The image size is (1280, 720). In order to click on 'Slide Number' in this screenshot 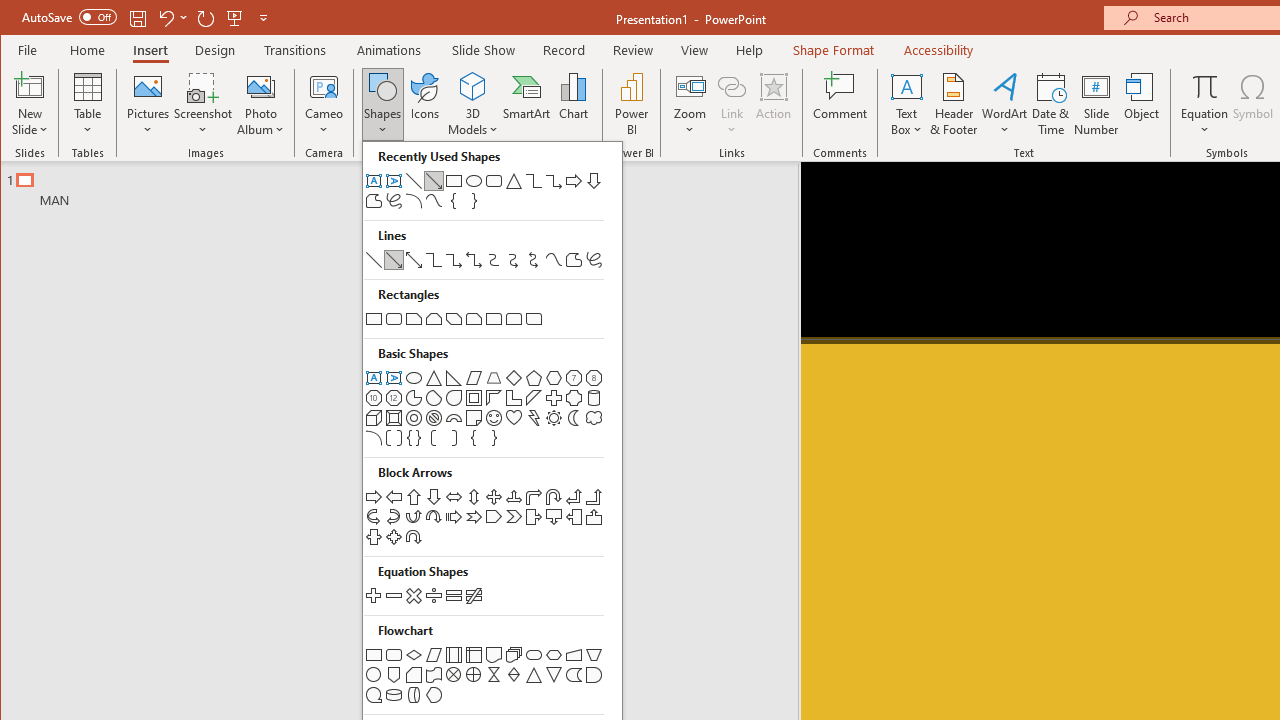, I will do `click(1095, 104)`.